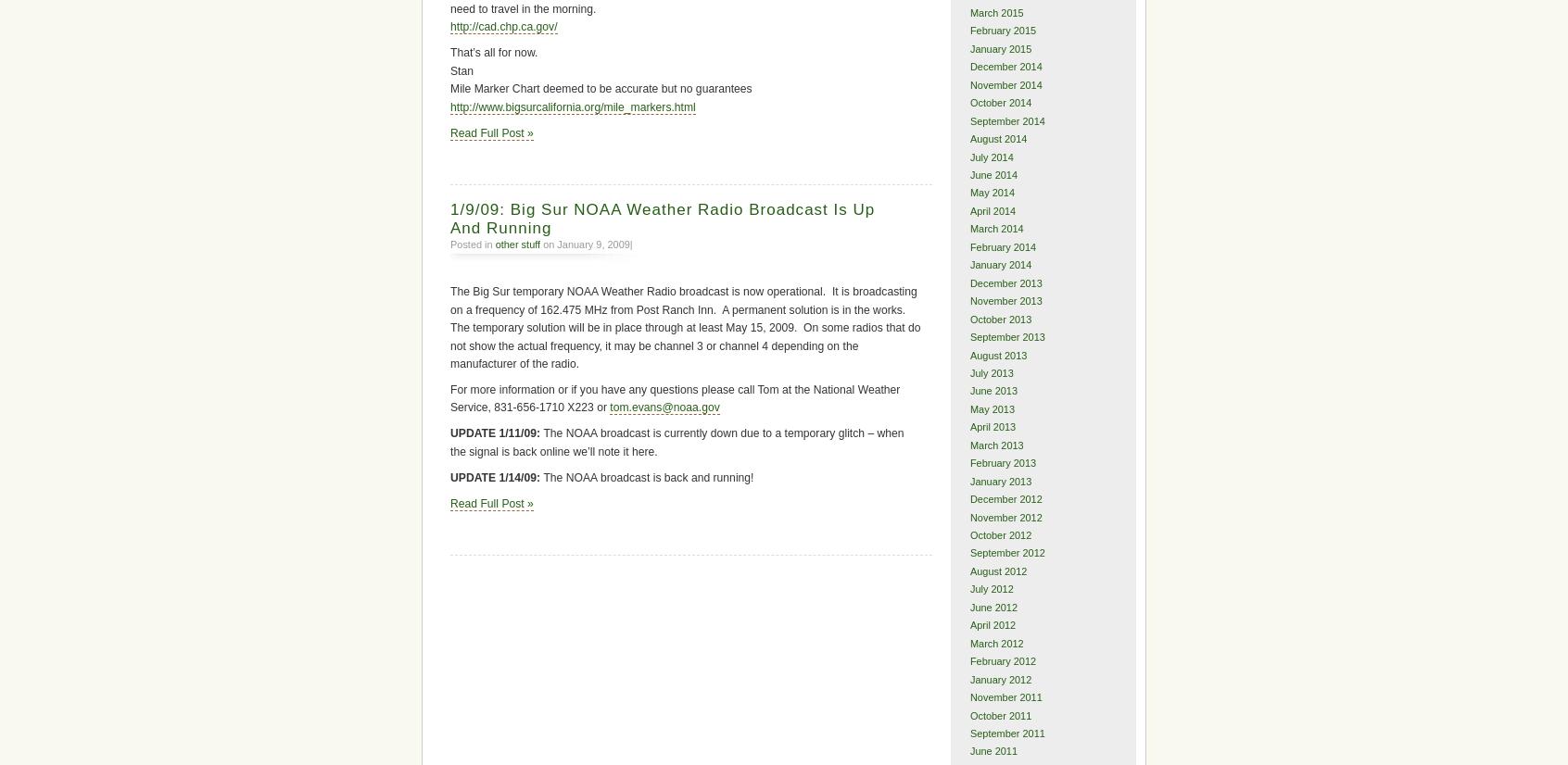 The height and width of the screenshot is (765, 1568). I want to click on 'UPDATE 1/14/09:', so click(497, 476).